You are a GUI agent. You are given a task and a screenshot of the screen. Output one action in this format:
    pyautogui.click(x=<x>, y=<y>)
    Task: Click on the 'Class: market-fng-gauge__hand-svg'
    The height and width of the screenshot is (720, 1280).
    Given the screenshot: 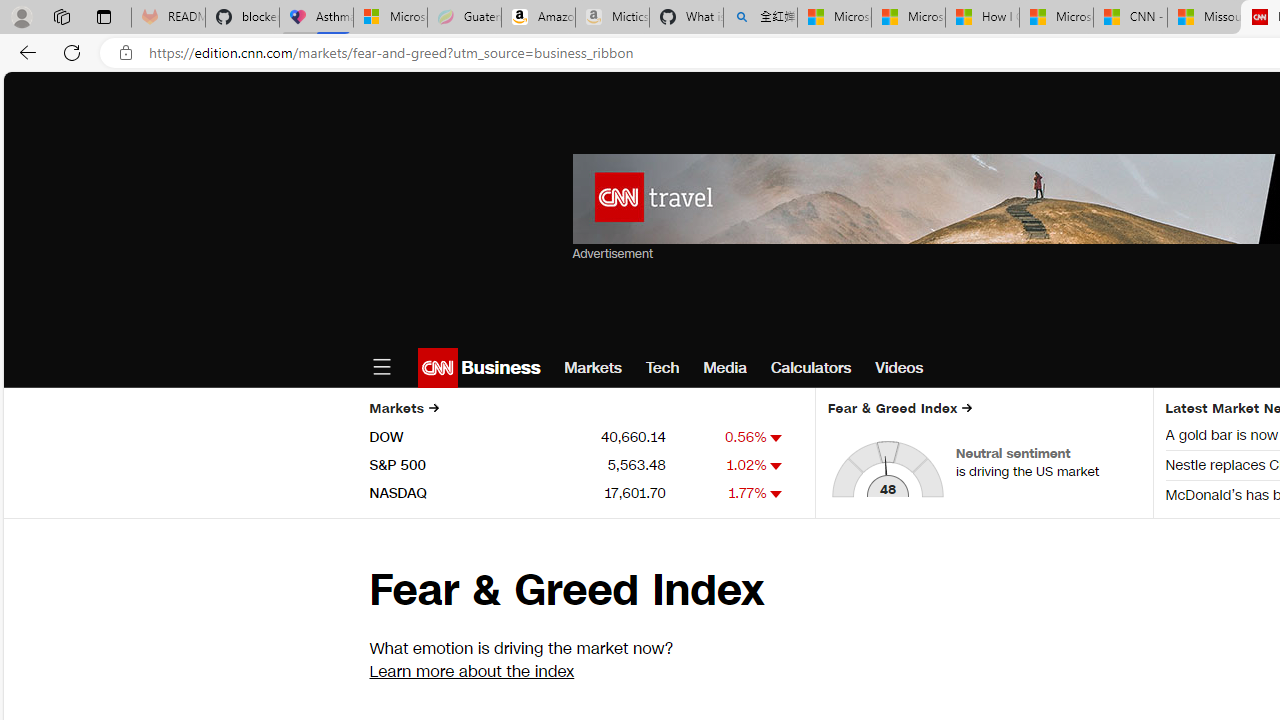 What is the action you would take?
    pyautogui.click(x=885, y=475)
    